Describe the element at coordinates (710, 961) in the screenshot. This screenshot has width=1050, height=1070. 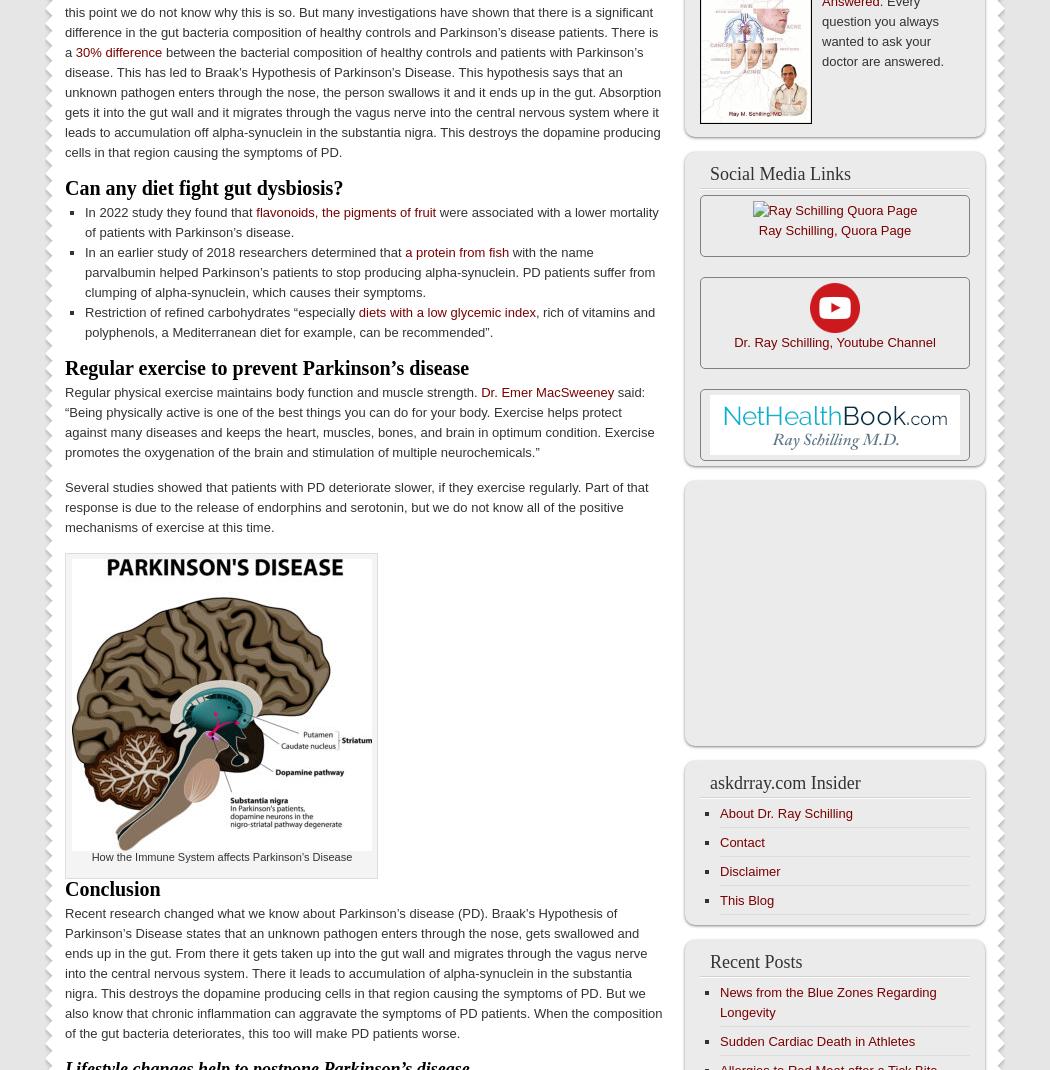
I see `'Recent Posts'` at that location.